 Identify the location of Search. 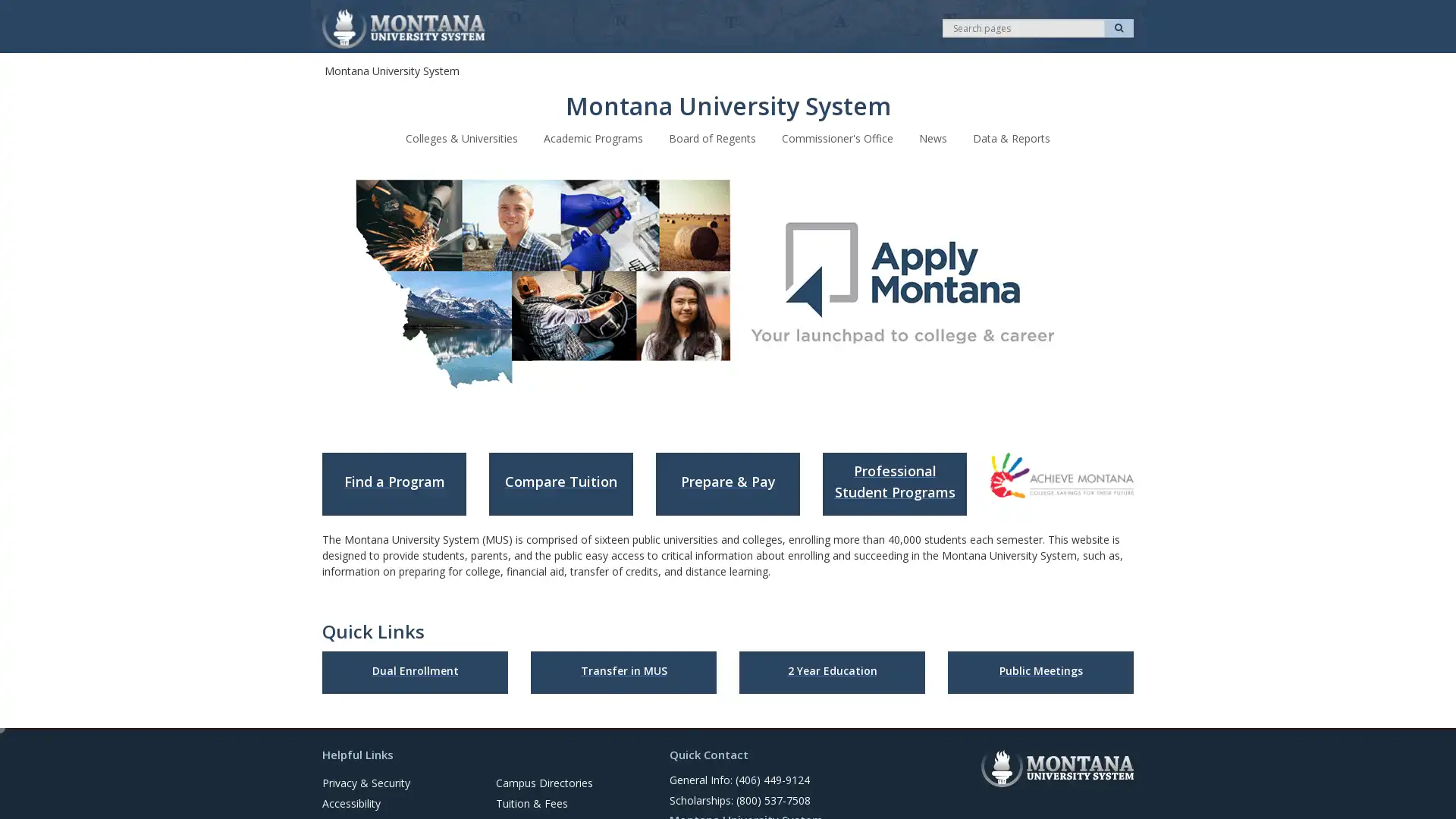
(1119, 28).